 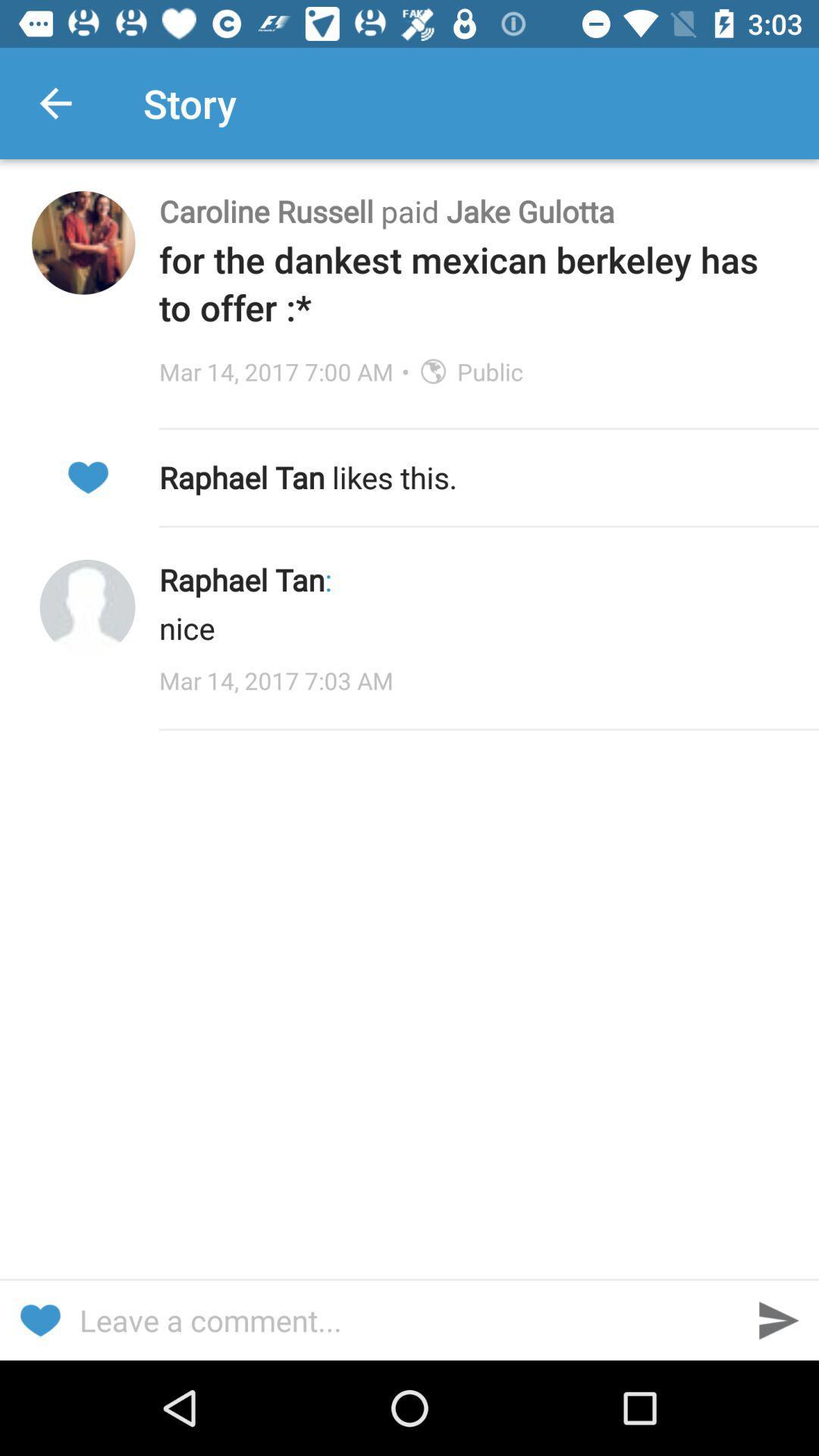 What do you see at coordinates (83, 243) in the screenshot?
I see `the avatar icon` at bounding box center [83, 243].